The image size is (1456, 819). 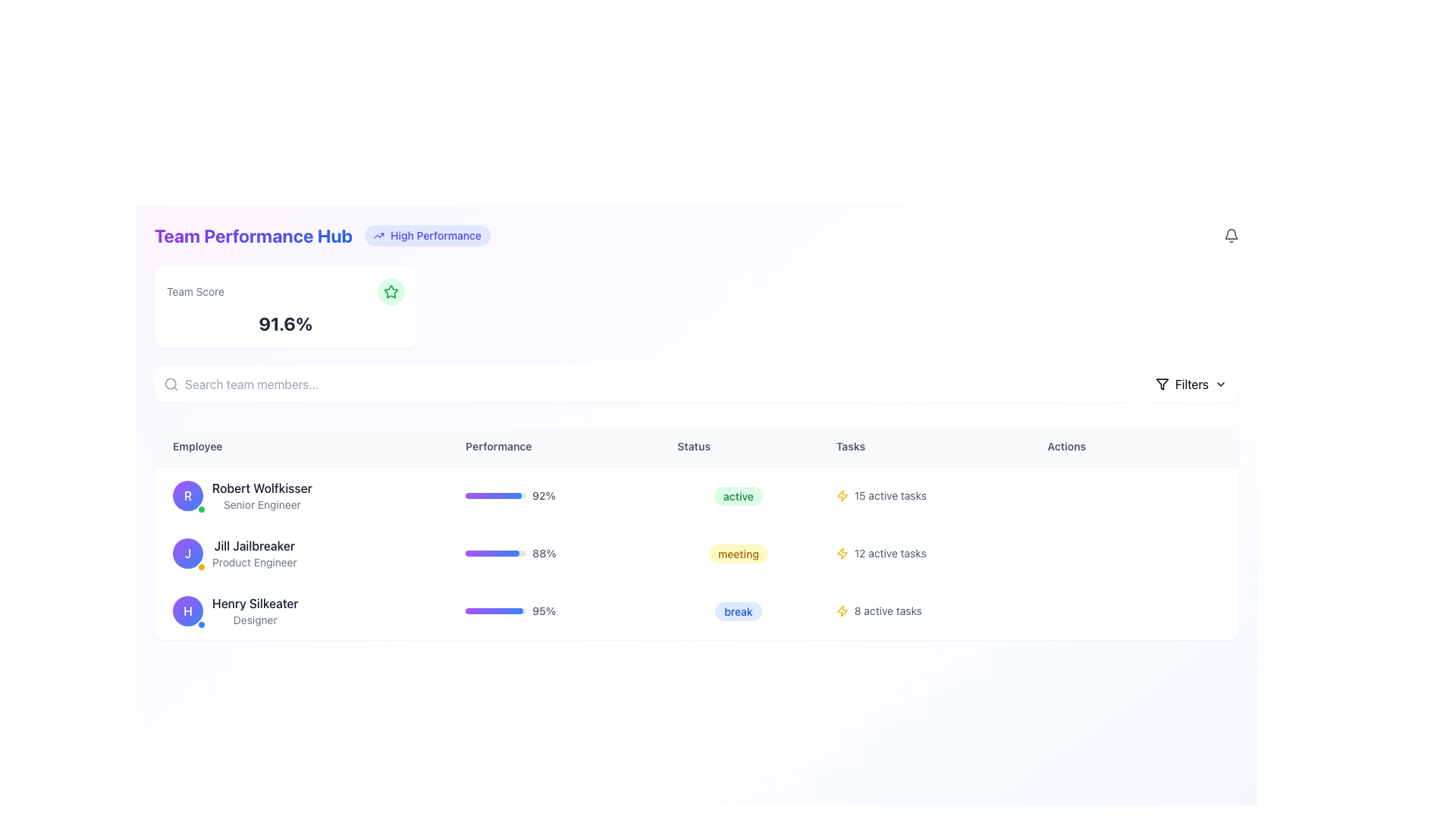 I want to click on the '15 active tasks' Text Label with Icon in the 'Tasks' column associated with 'Robert Wolfkisser' entry, so click(x=923, y=496).